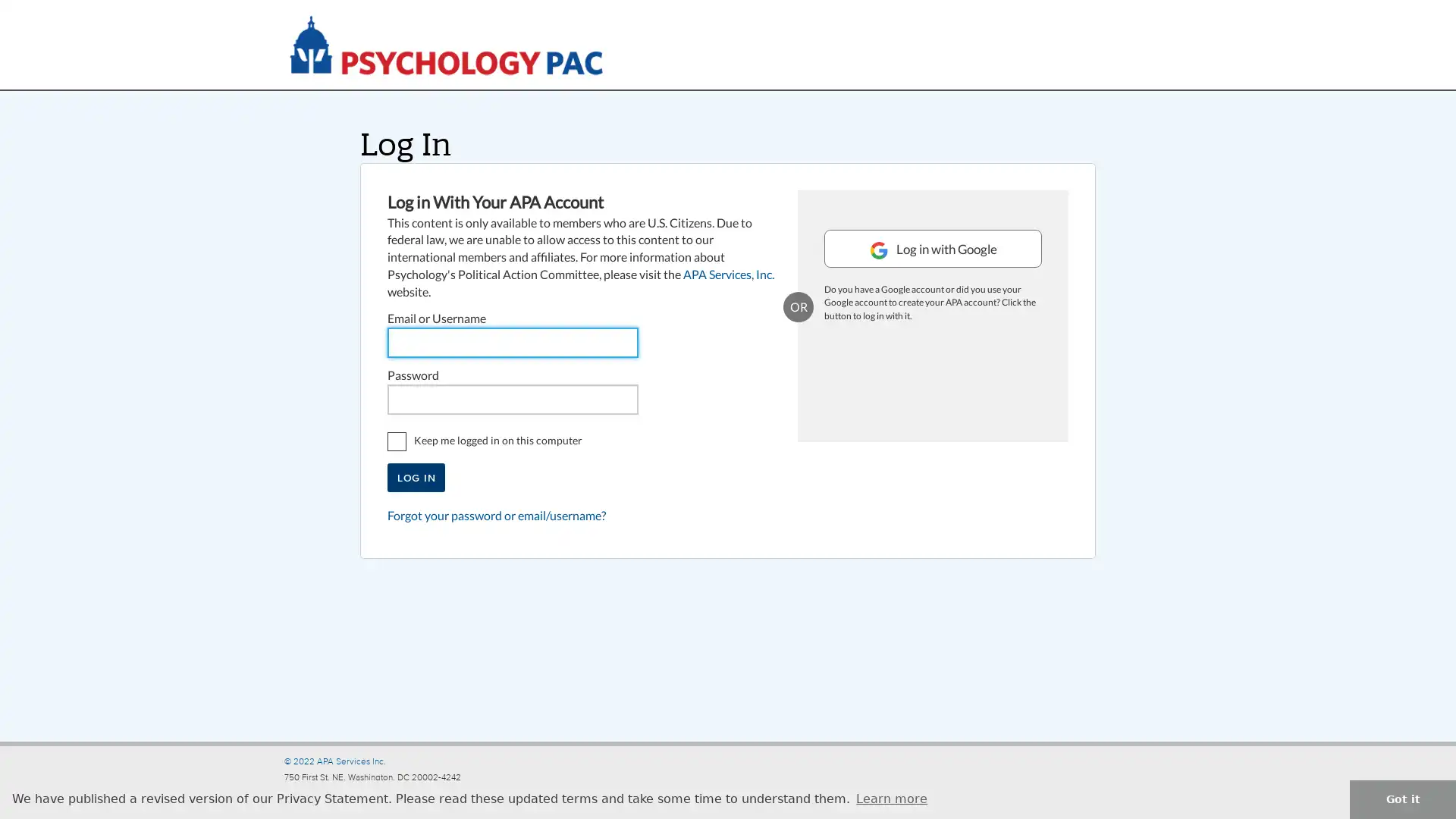 Image resolution: width=1456 pixels, height=819 pixels. Describe the element at coordinates (931, 268) in the screenshot. I see `Log in with Google` at that location.